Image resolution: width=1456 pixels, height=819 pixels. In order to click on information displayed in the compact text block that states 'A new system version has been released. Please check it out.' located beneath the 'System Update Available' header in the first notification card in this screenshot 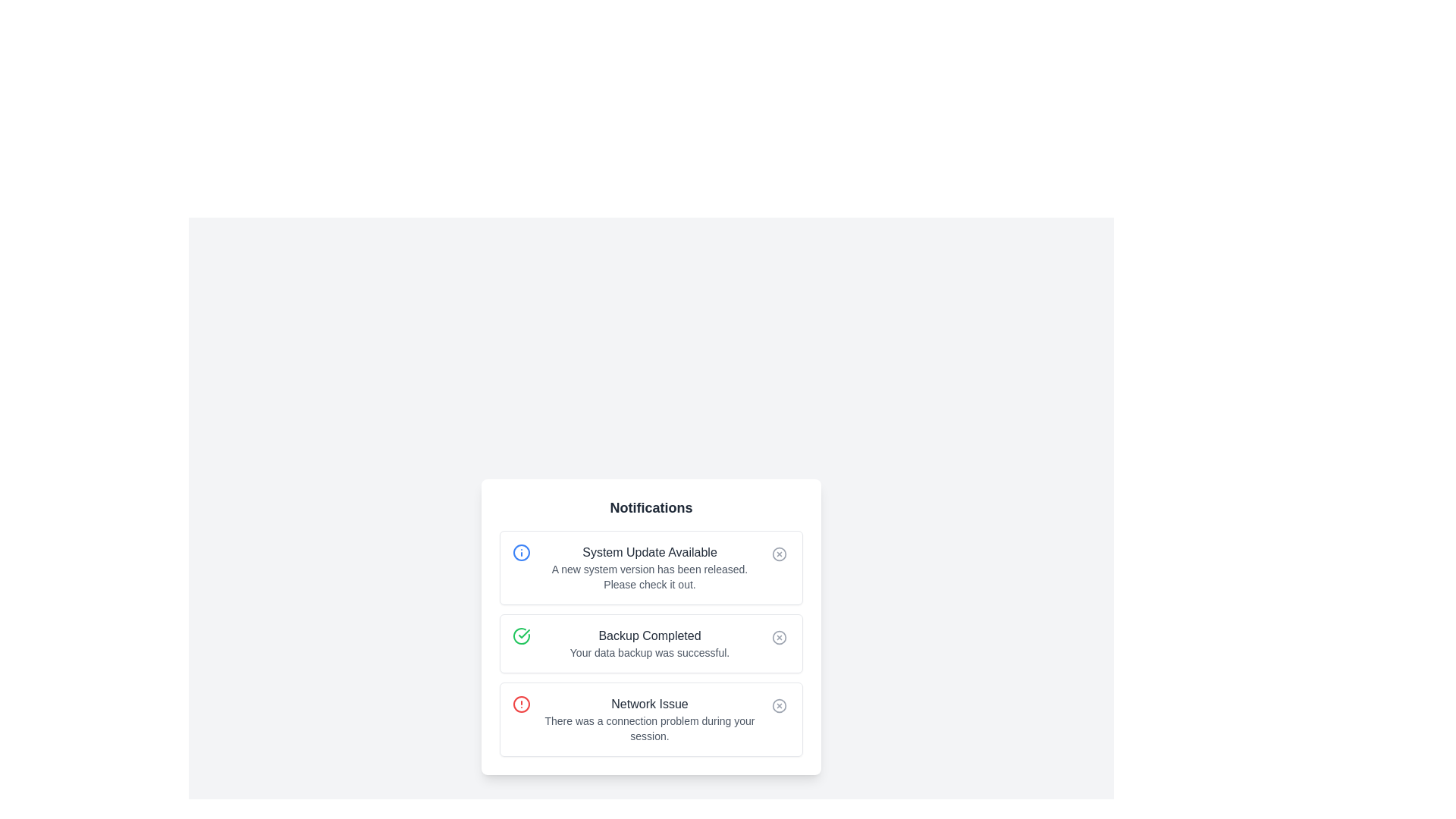, I will do `click(650, 576)`.